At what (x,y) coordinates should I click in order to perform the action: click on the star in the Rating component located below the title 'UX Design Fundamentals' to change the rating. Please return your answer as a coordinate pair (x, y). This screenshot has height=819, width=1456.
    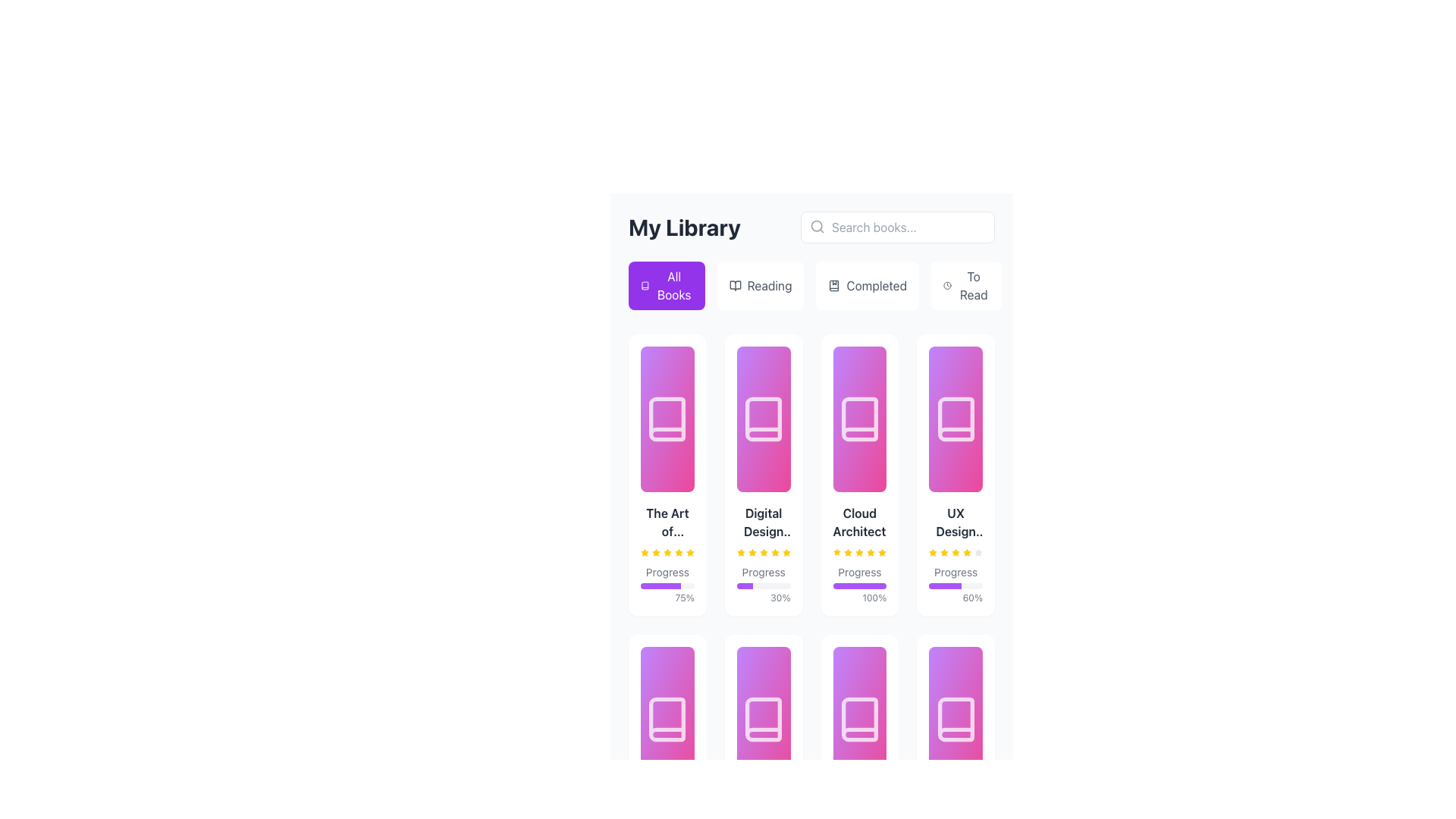
    Looking at the image, I should click on (955, 553).